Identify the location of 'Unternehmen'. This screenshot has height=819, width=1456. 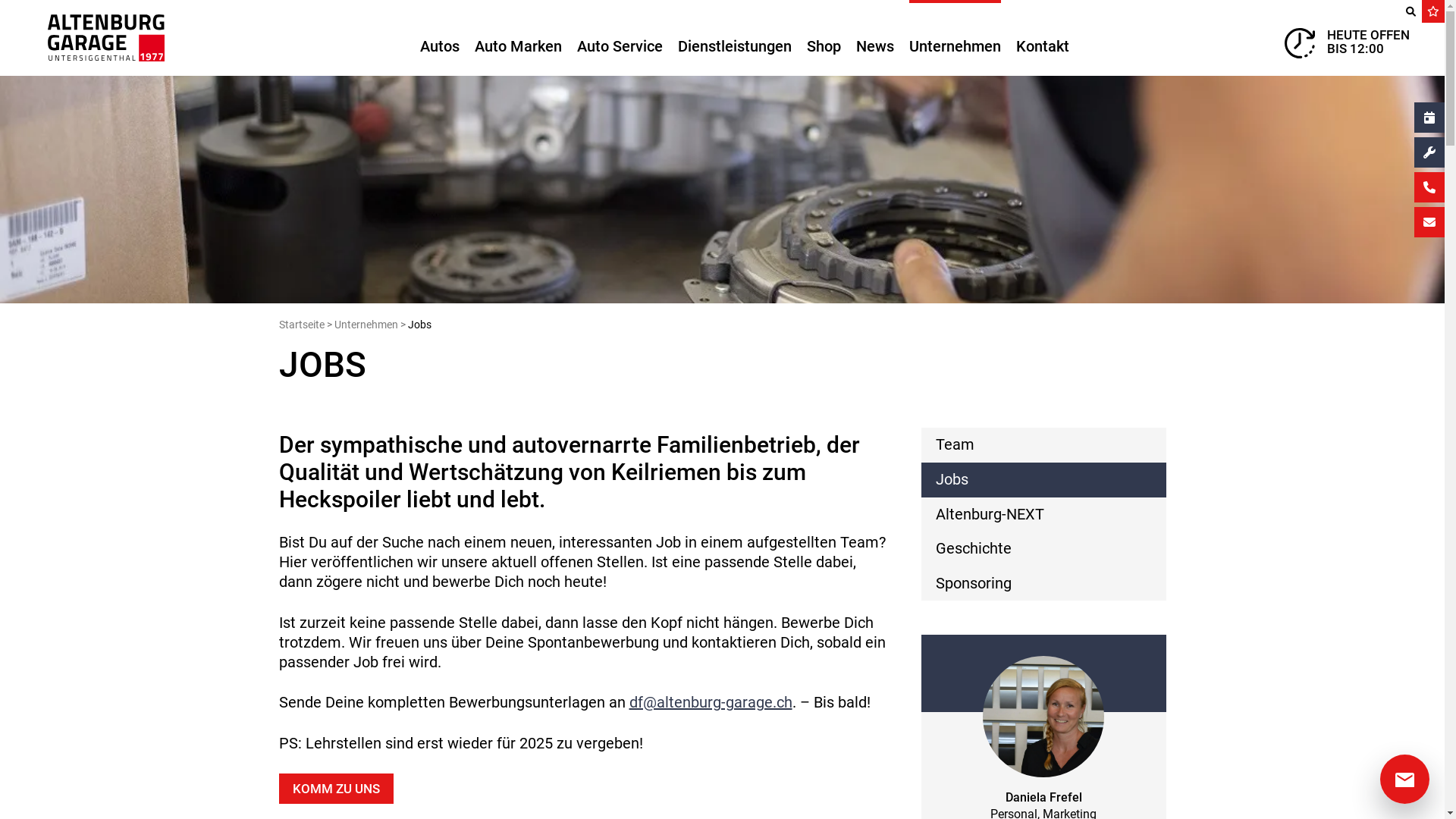
(365, 324).